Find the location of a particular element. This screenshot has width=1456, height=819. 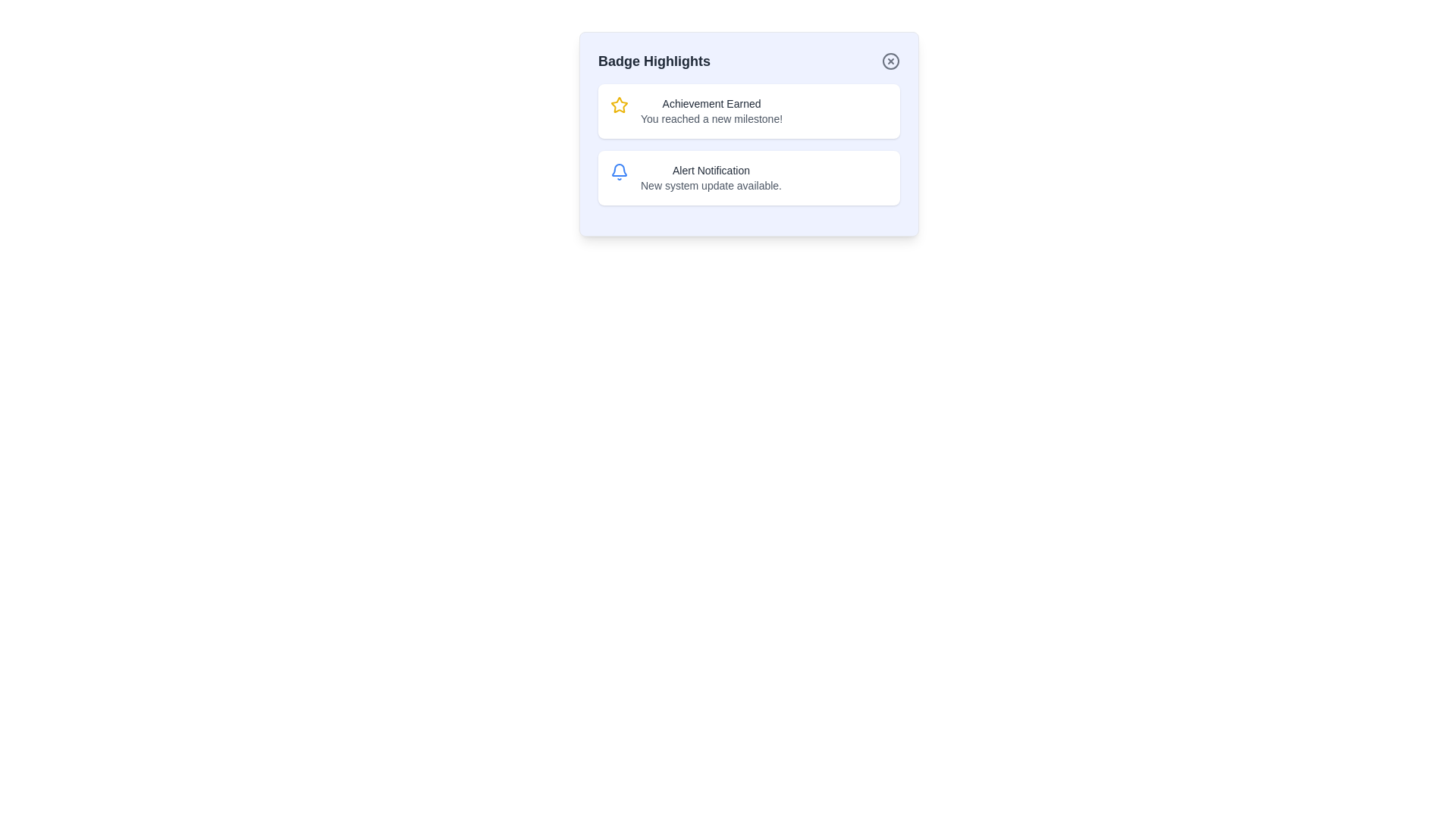

the small circle-shaped close button with an 'X' symbol located in the top-right corner of the 'Badge Highlights' section is located at coordinates (891, 61).